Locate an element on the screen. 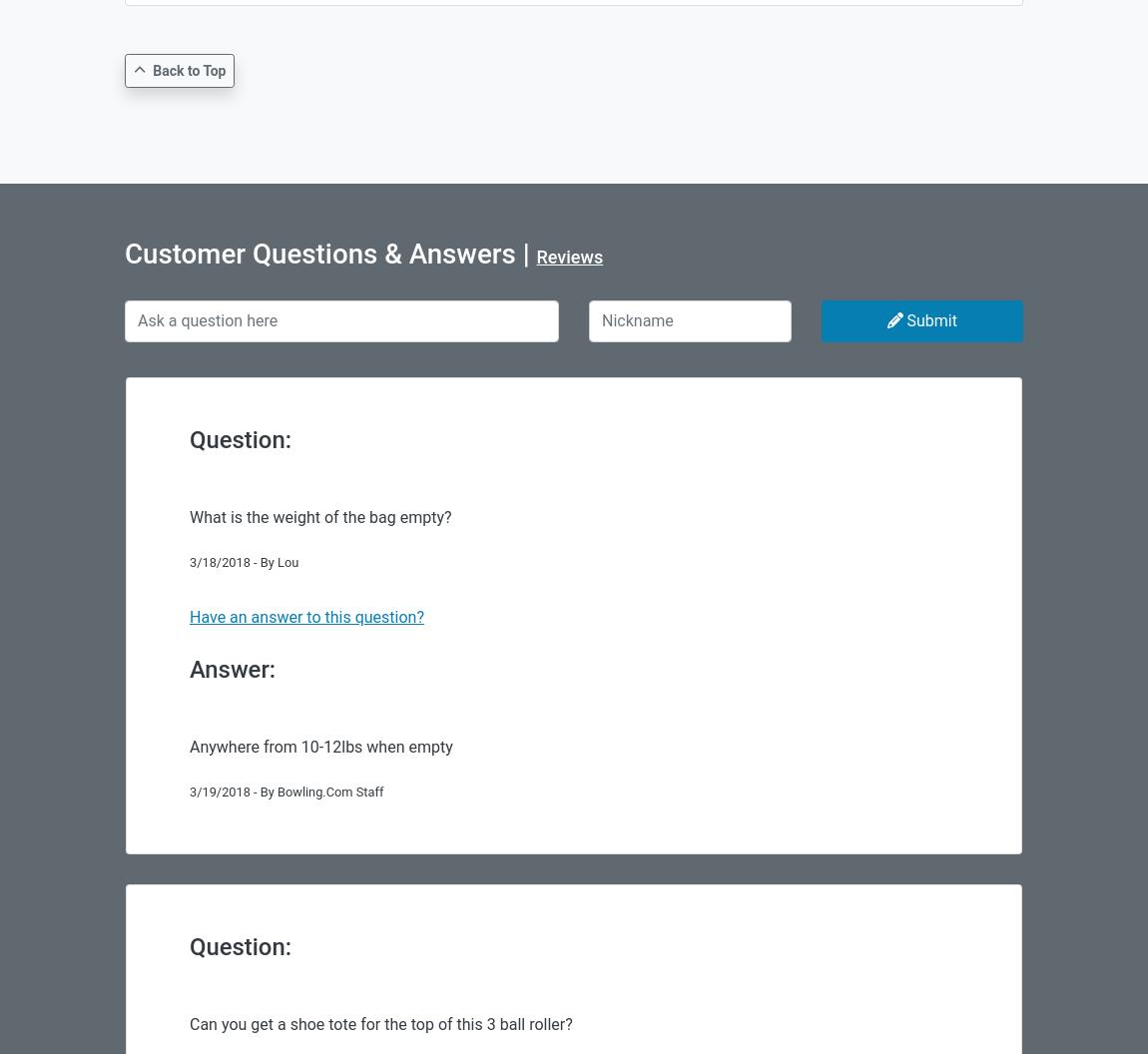 Image resolution: width=1148 pixels, height=1054 pixels. 'Back to Top' is located at coordinates (151, 69).